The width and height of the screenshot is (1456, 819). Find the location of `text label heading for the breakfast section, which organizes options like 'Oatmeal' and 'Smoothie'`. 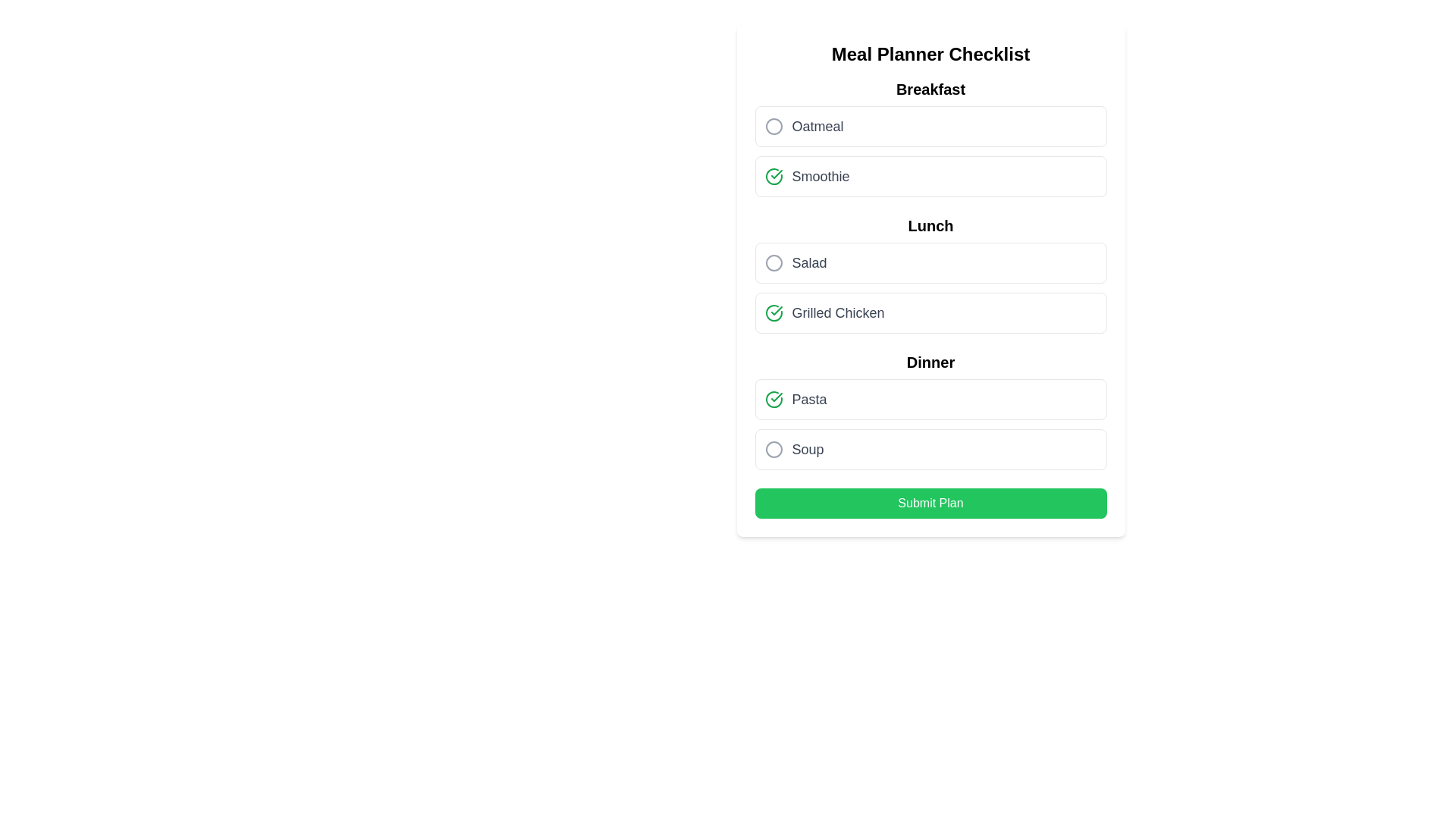

text label heading for the breakfast section, which organizes options like 'Oatmeal' and 'Smoothie' is located at coordinates (930, 89).